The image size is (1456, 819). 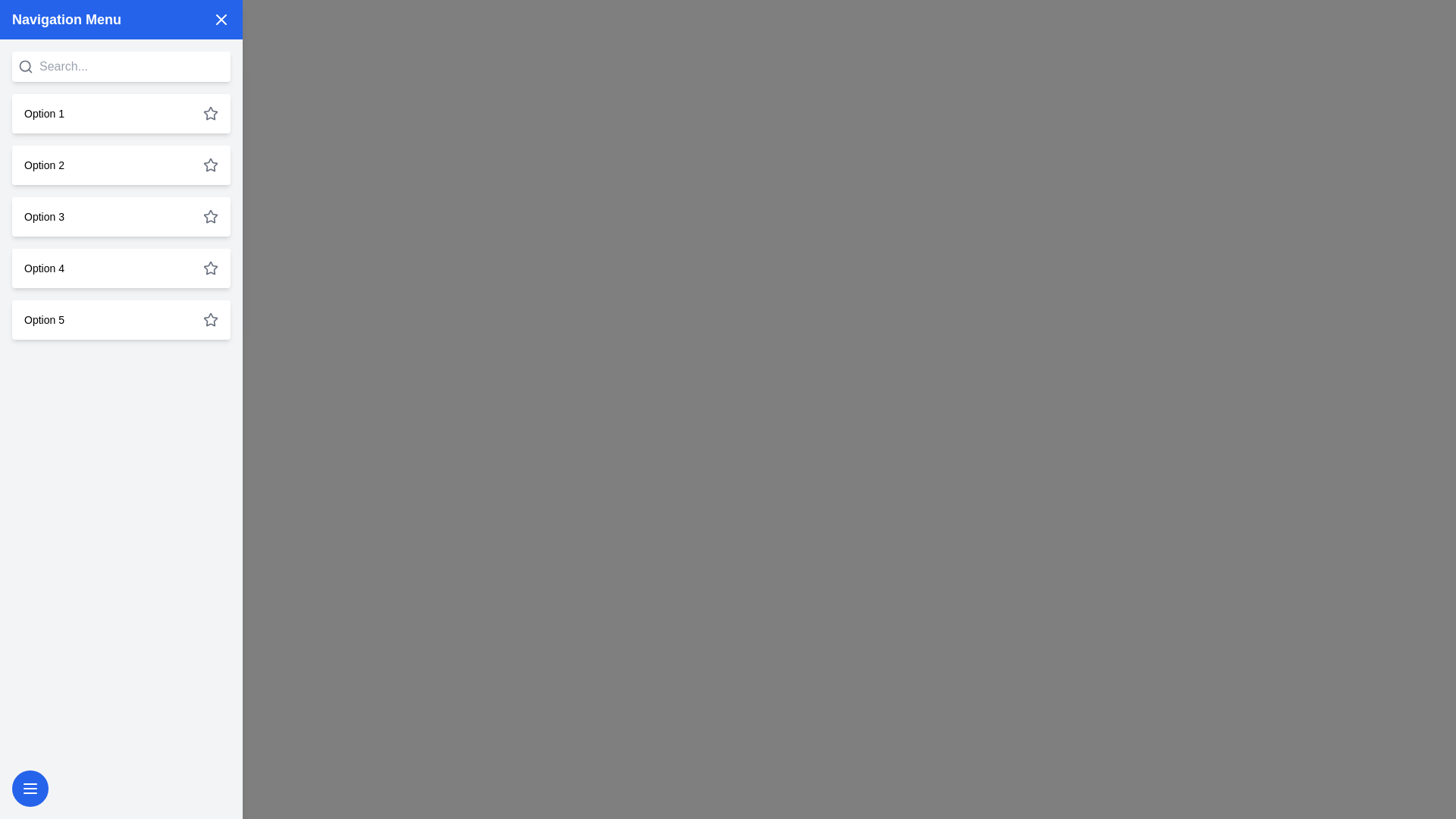 What do you see at coordinates (210, 165) in the screenshot?
I see `the star icon with a gray outline located in the second item of the vertical navigation menu` at bounding box center [210, 165].